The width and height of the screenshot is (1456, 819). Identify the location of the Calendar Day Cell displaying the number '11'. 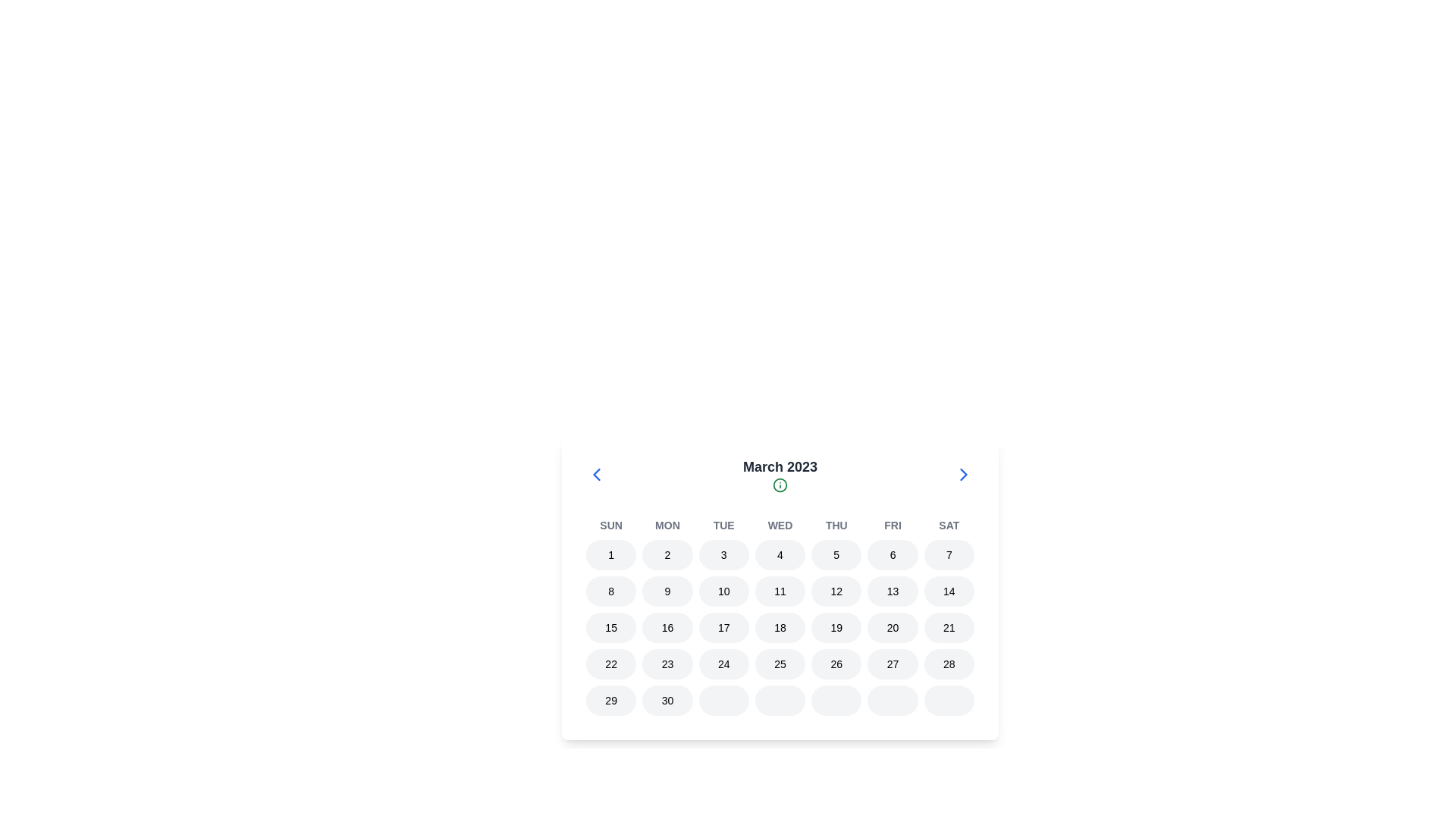
(779, 590).